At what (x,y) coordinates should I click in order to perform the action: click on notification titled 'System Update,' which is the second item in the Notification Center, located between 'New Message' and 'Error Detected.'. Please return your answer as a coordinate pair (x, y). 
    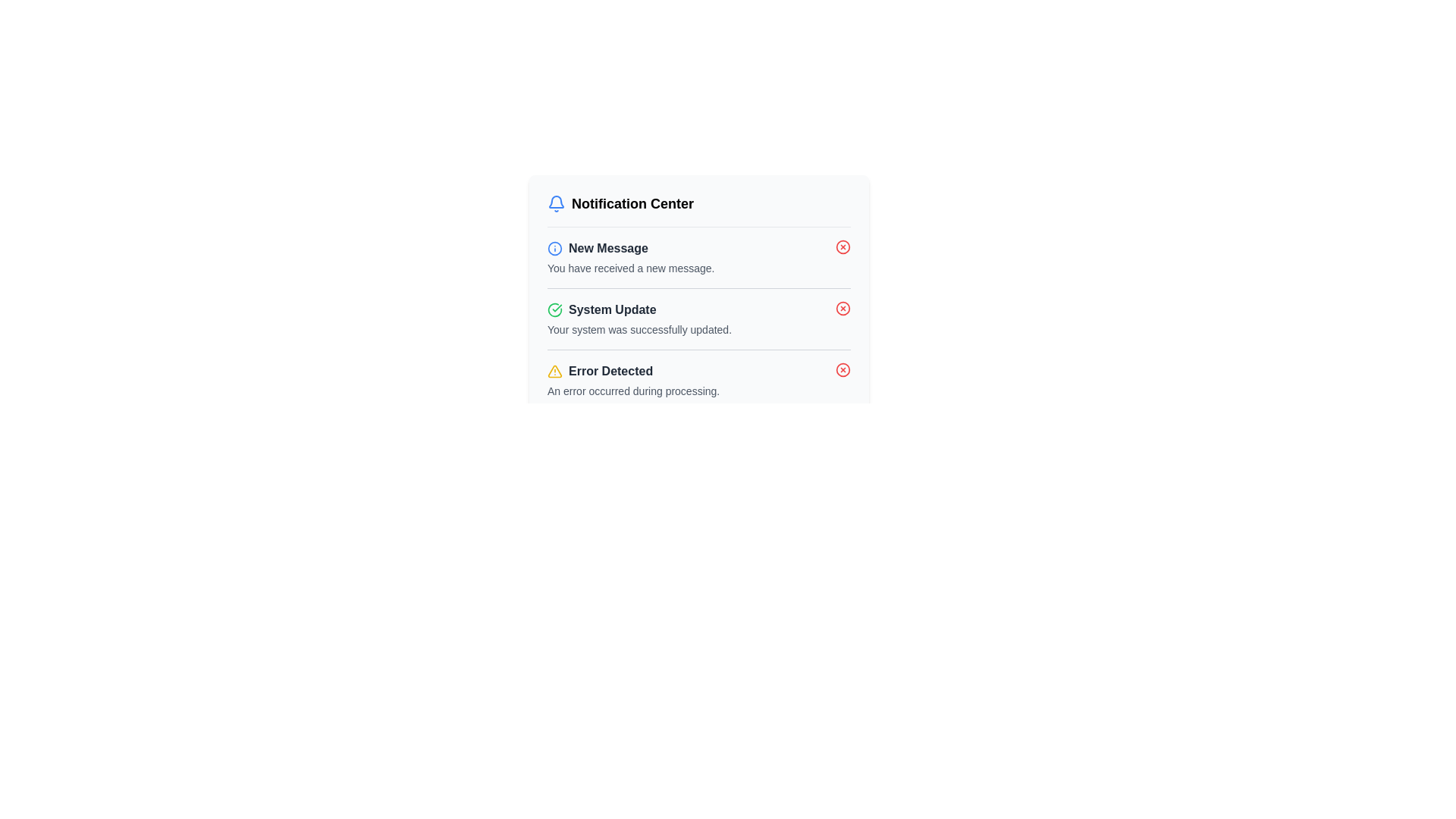
    Looking at the image, I should click on (698, 318).